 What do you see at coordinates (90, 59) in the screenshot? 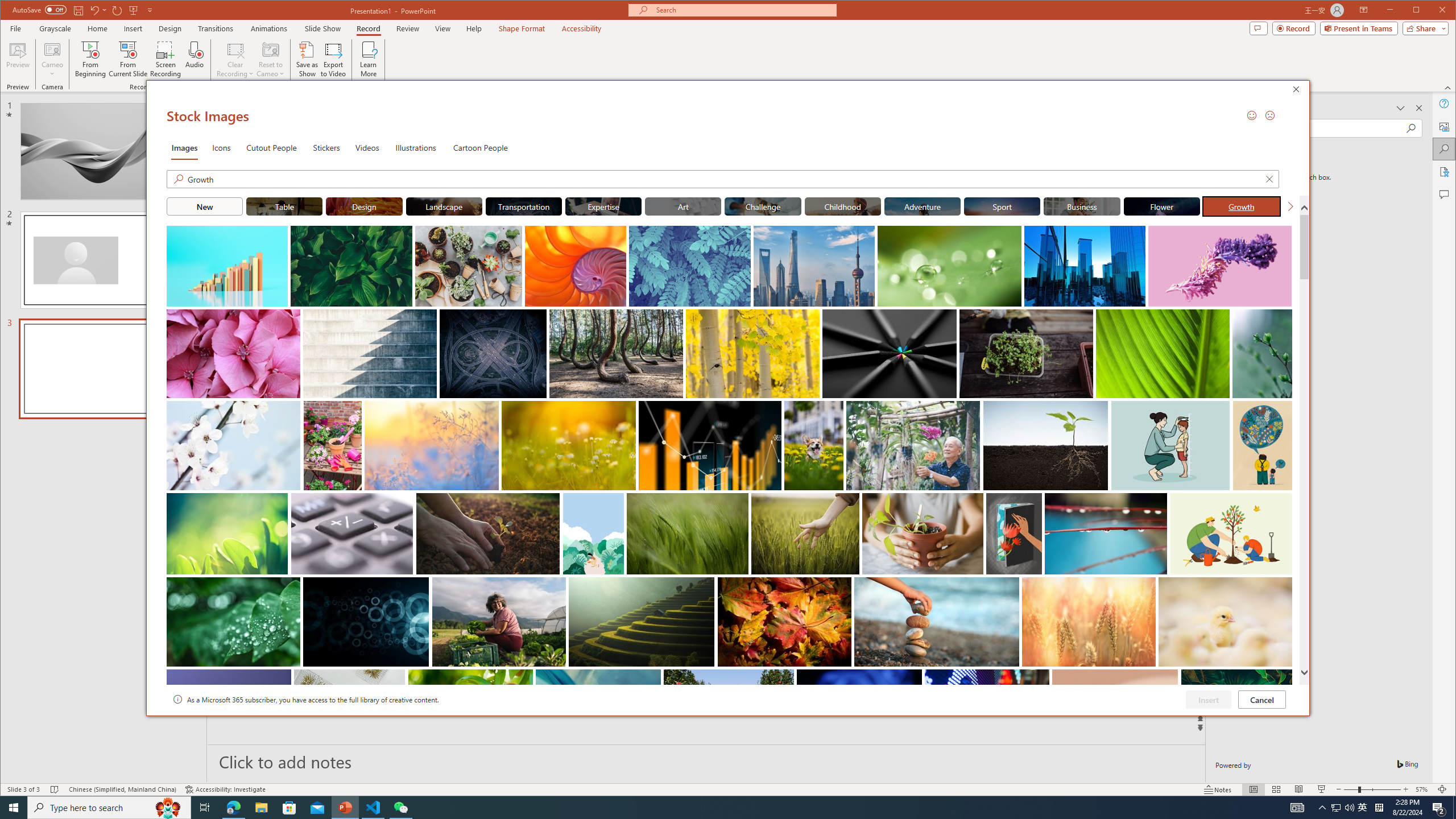
I see `'From Beginning...'` at bounding box center [90, 59].